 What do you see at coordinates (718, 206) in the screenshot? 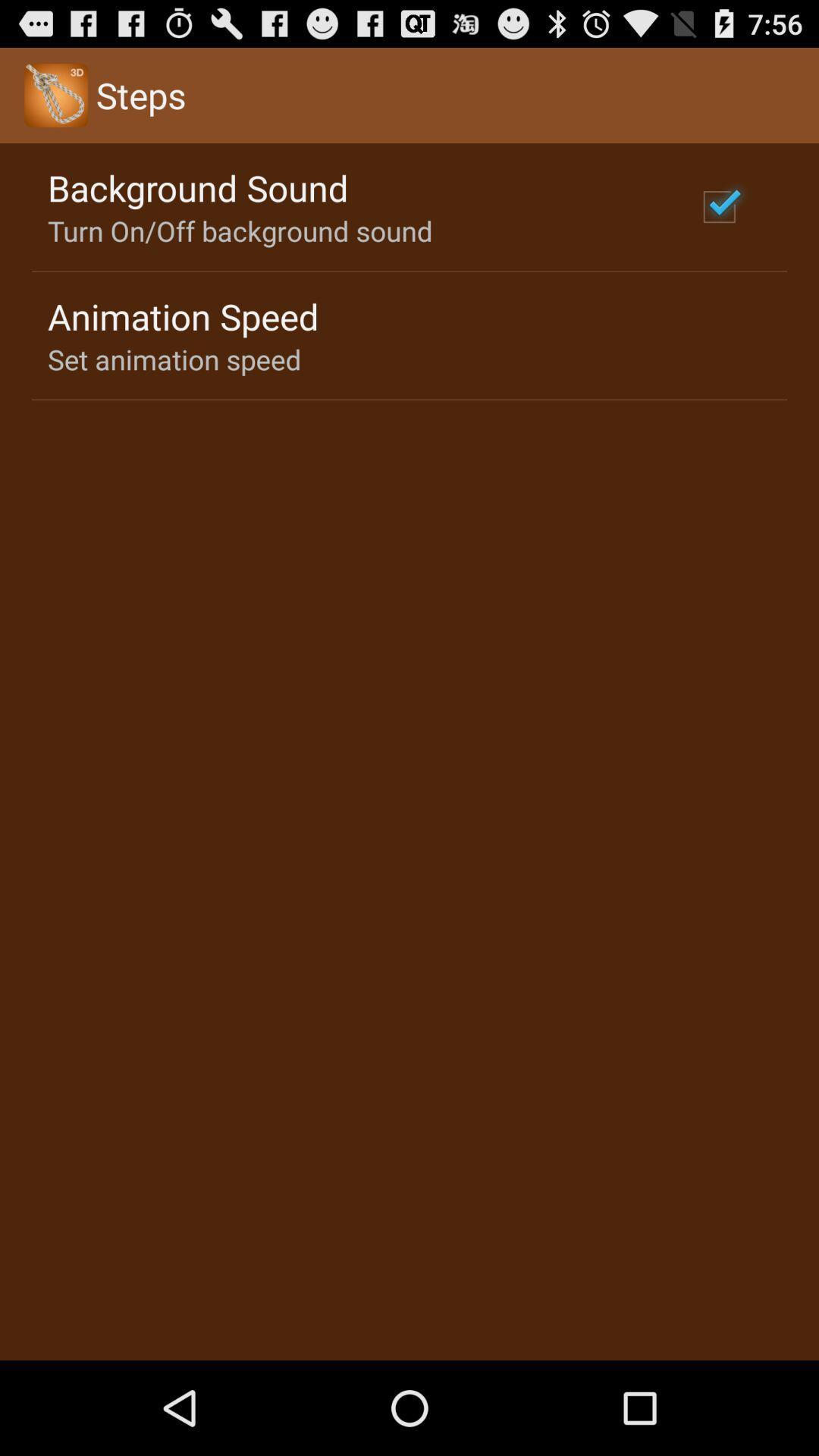
I see `the item at the top right corner` at bounding box center [718, 206].